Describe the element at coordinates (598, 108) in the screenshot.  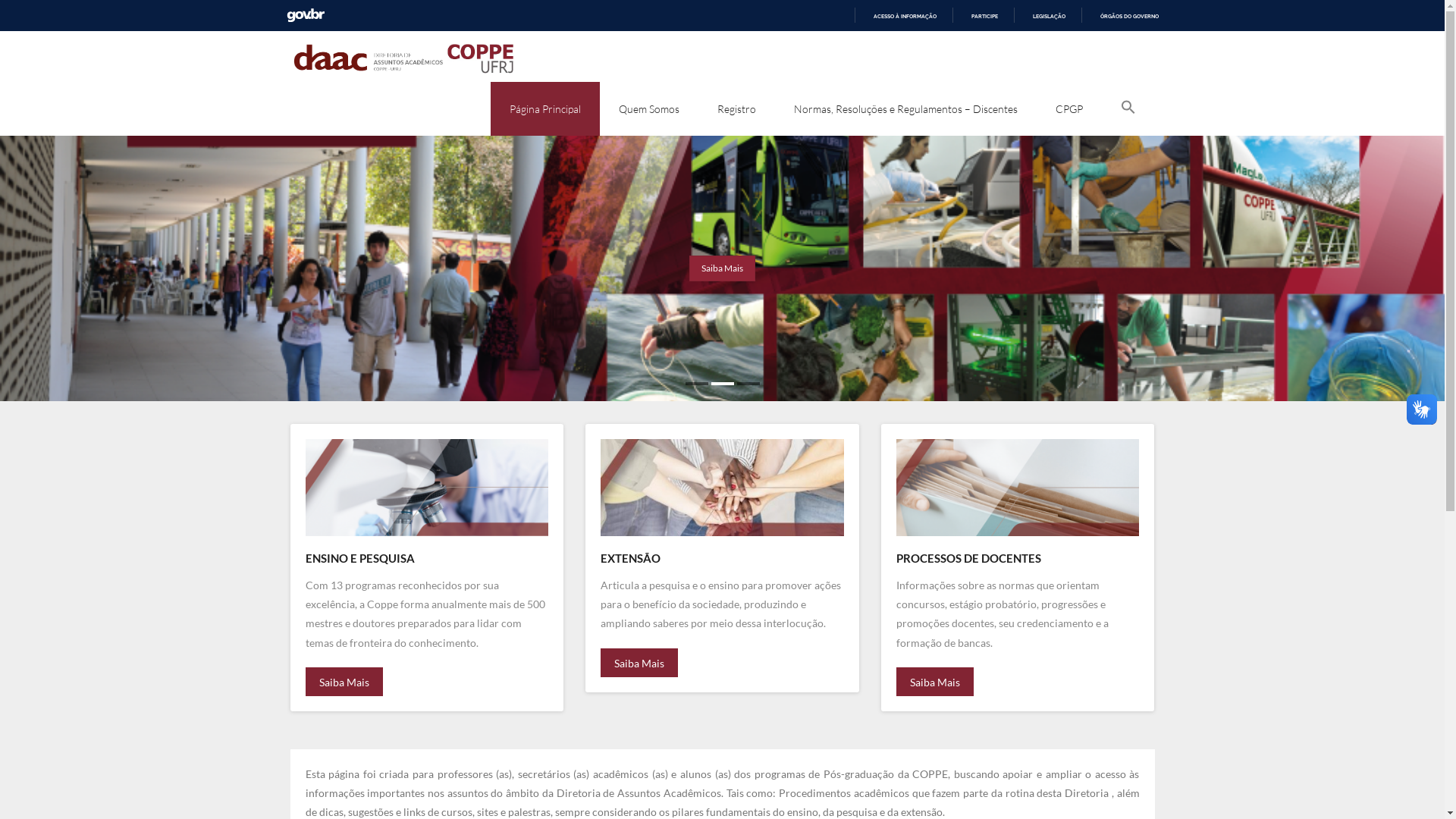
I see `'Quem Somos'` at that location.